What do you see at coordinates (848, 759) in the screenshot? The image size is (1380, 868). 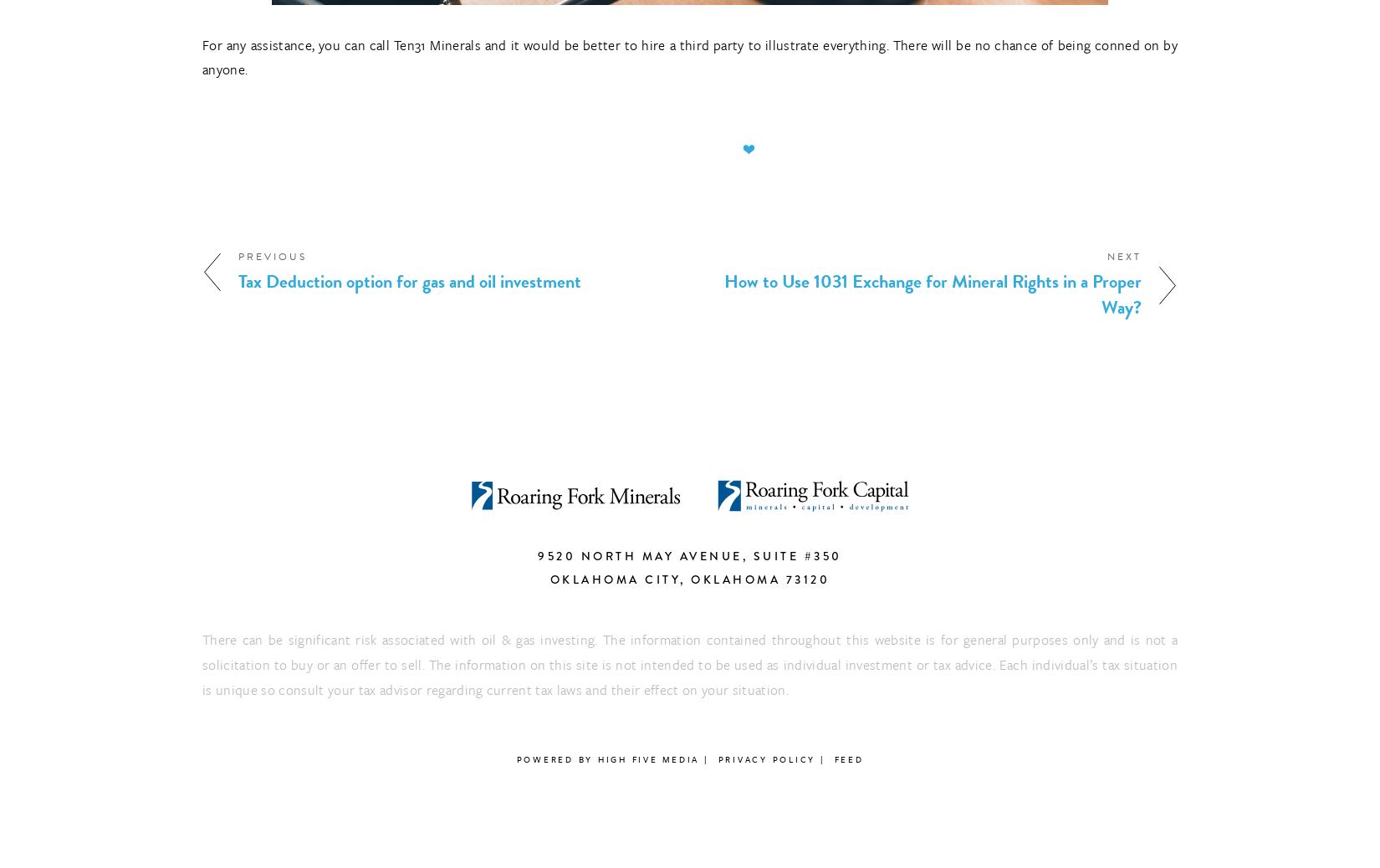 I see `'Feed'` at bounding box center [848, 759].